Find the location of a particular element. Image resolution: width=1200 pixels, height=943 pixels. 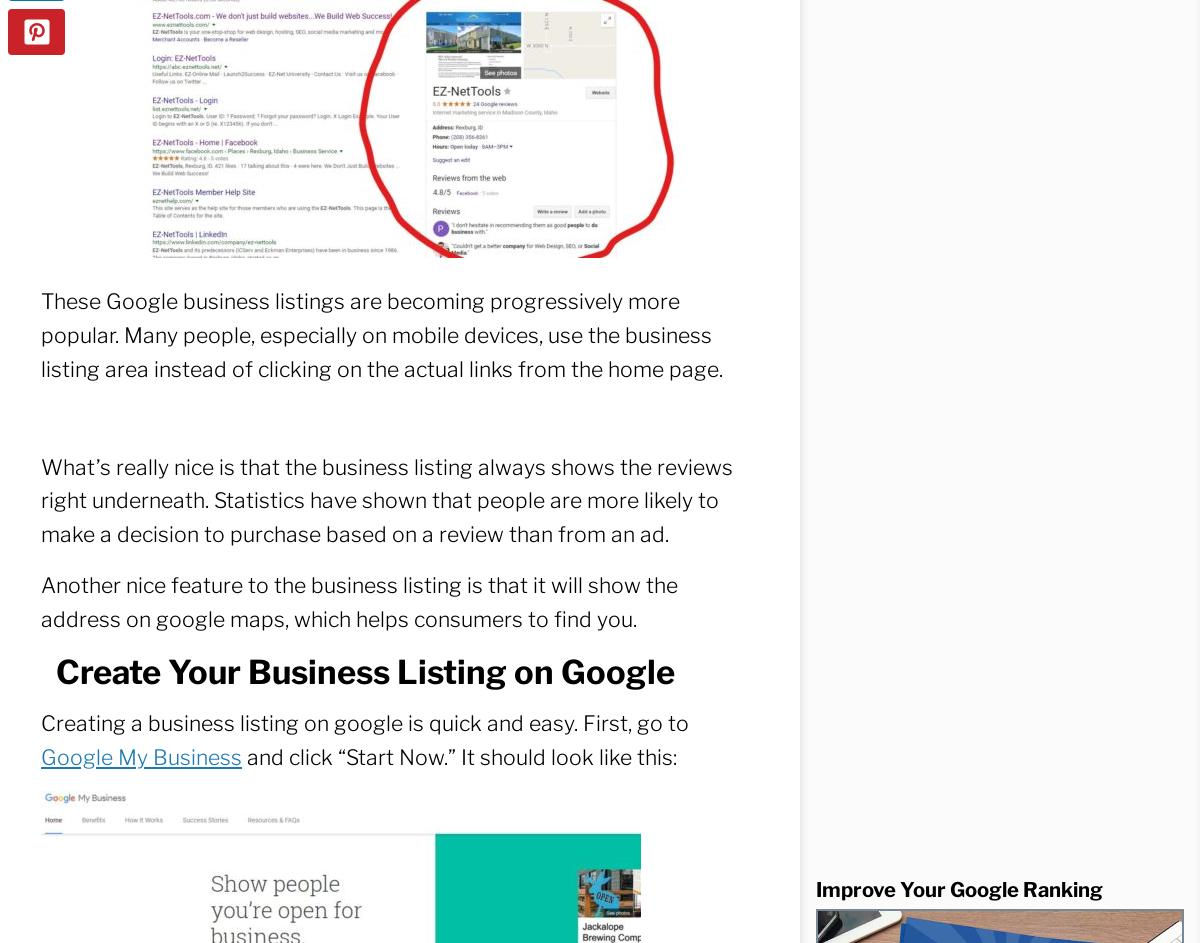

'By' is located at coordinates (924, 29).